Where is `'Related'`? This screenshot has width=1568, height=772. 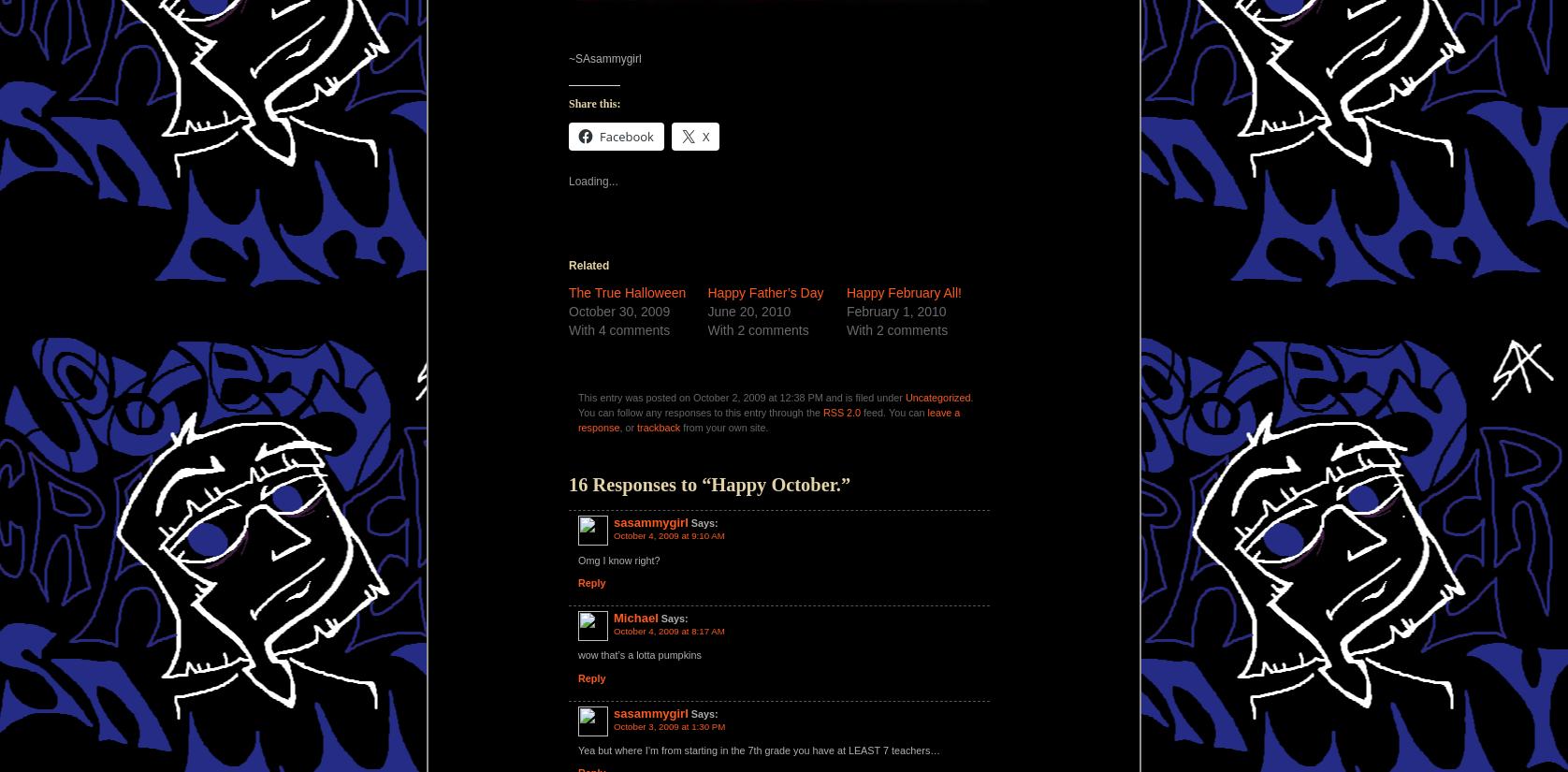
'Related' is located at coordinates (569, 263).